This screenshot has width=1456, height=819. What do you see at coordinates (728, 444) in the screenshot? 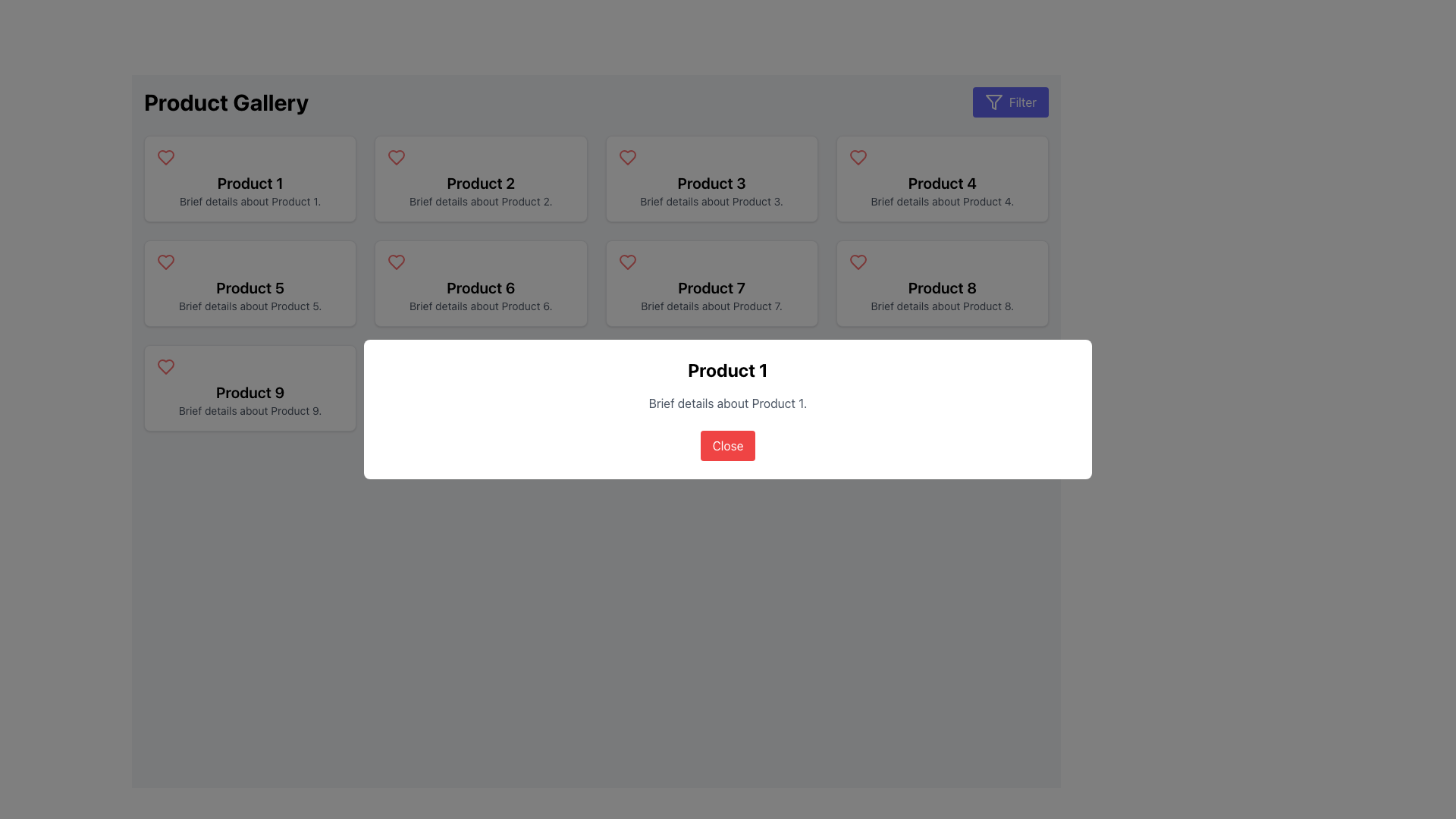
I see `the close button located at the bottom-center of the modal dialog box titled 'Product 1'` at bounding box center [728, 444].